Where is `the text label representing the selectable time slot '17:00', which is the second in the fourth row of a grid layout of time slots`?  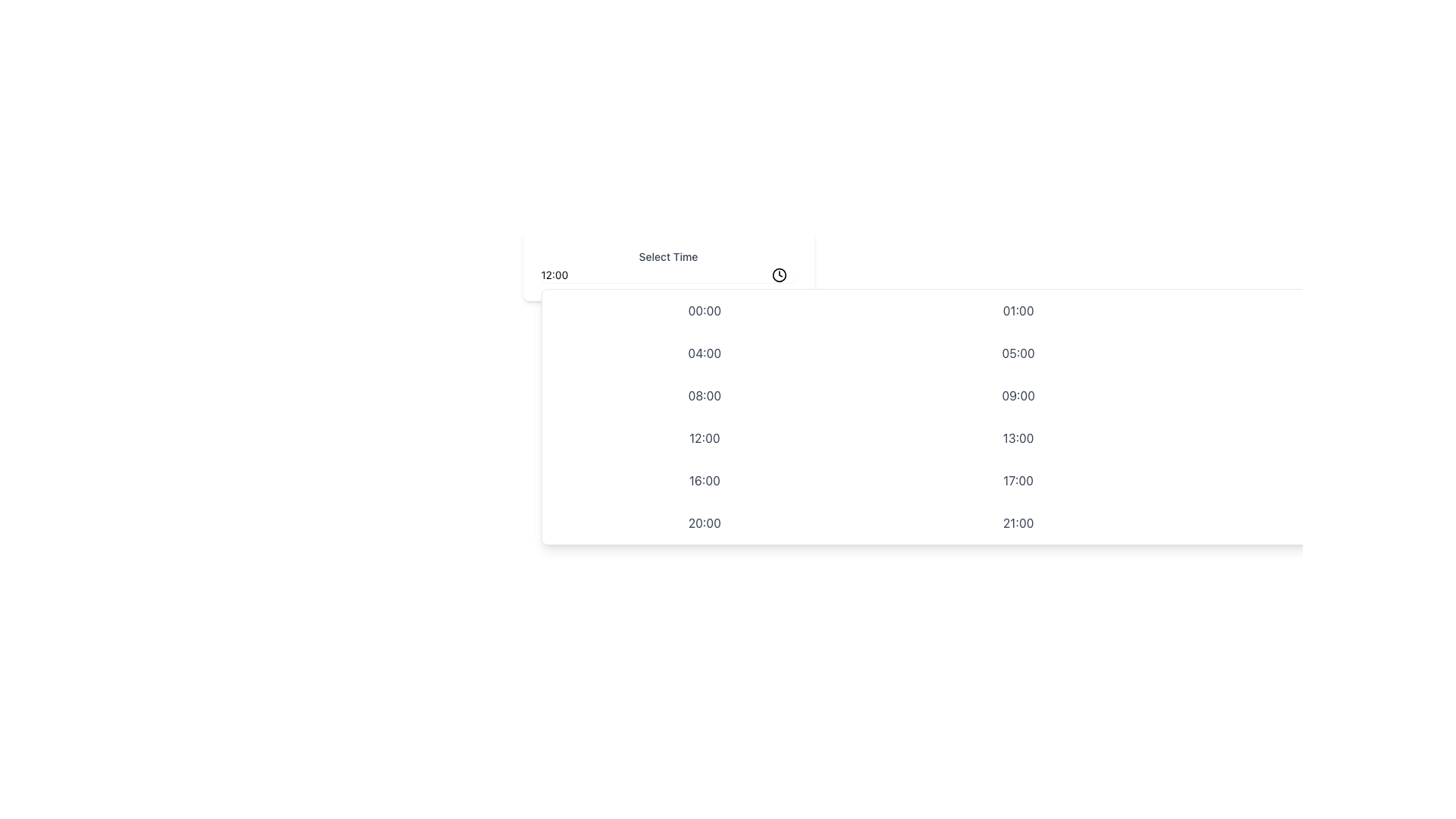
the text label representing the selectable time slot '17:00', which is the second in the fourth row of a grid layout of time slots is located at coordinates (1018, 480).